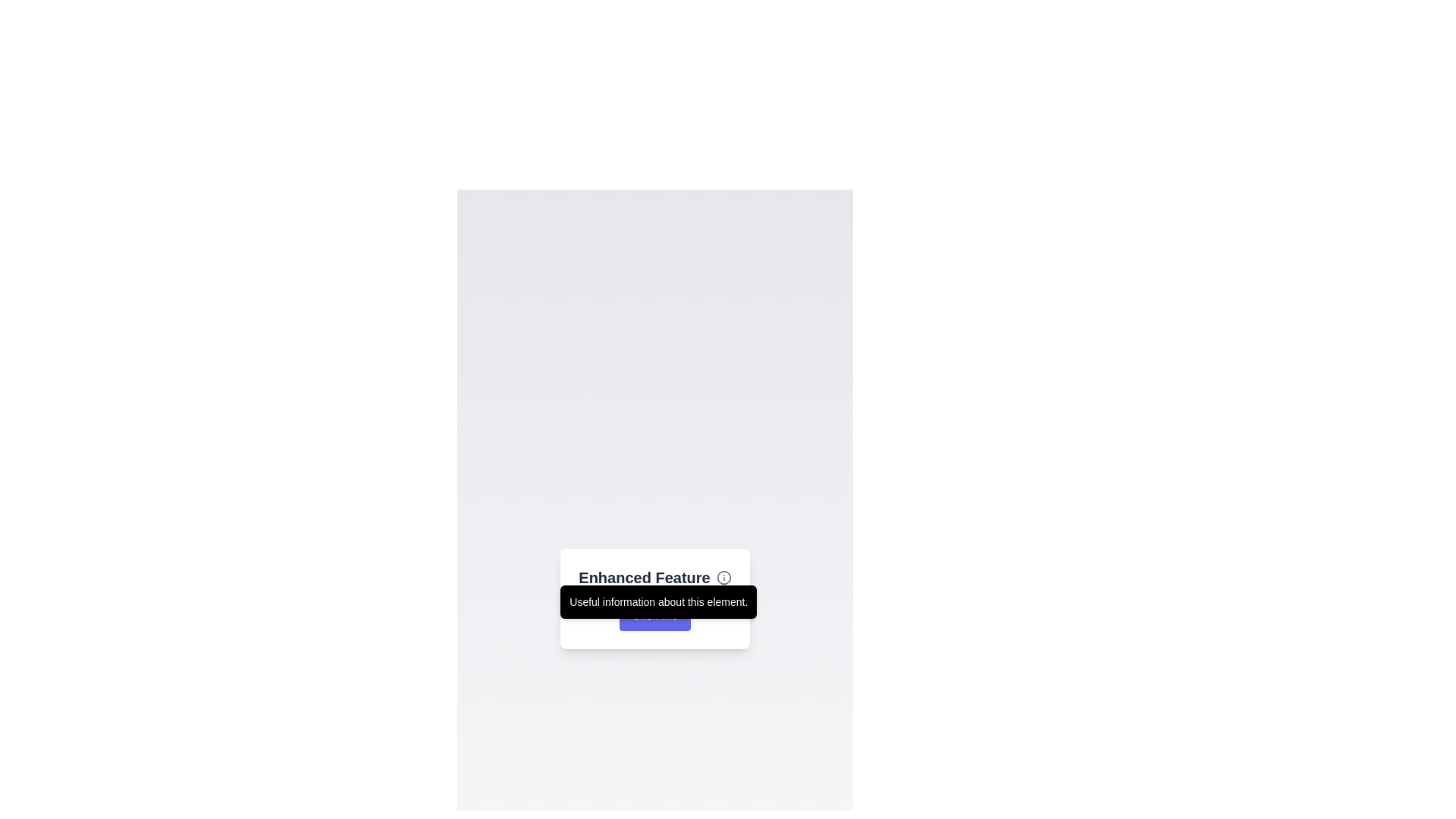 The width and height of the screenshot is (1456, 819). What do you see at coordinates (658, 601) in the screenshot?
I see `the tooltip with the text 'Useful information about this element' that is displayed below the 'Enhanced Feature' header` at bounding box center [658, 601].